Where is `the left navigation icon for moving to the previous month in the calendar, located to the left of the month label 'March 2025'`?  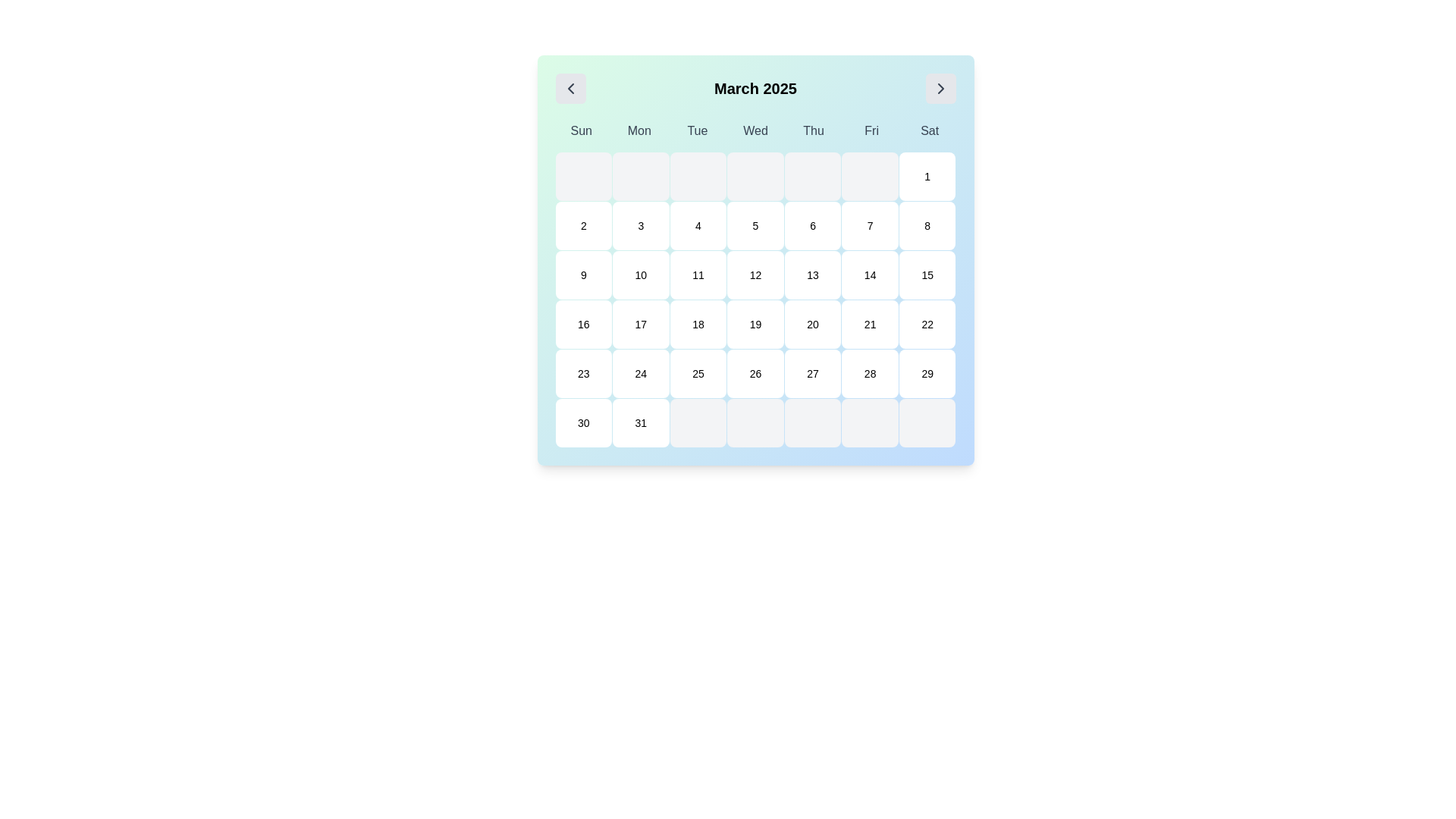 the left navigation icon for moving to the previous month in the calendar, located to the left of the month label 'March 2025' is located at coordinates (570, 88).